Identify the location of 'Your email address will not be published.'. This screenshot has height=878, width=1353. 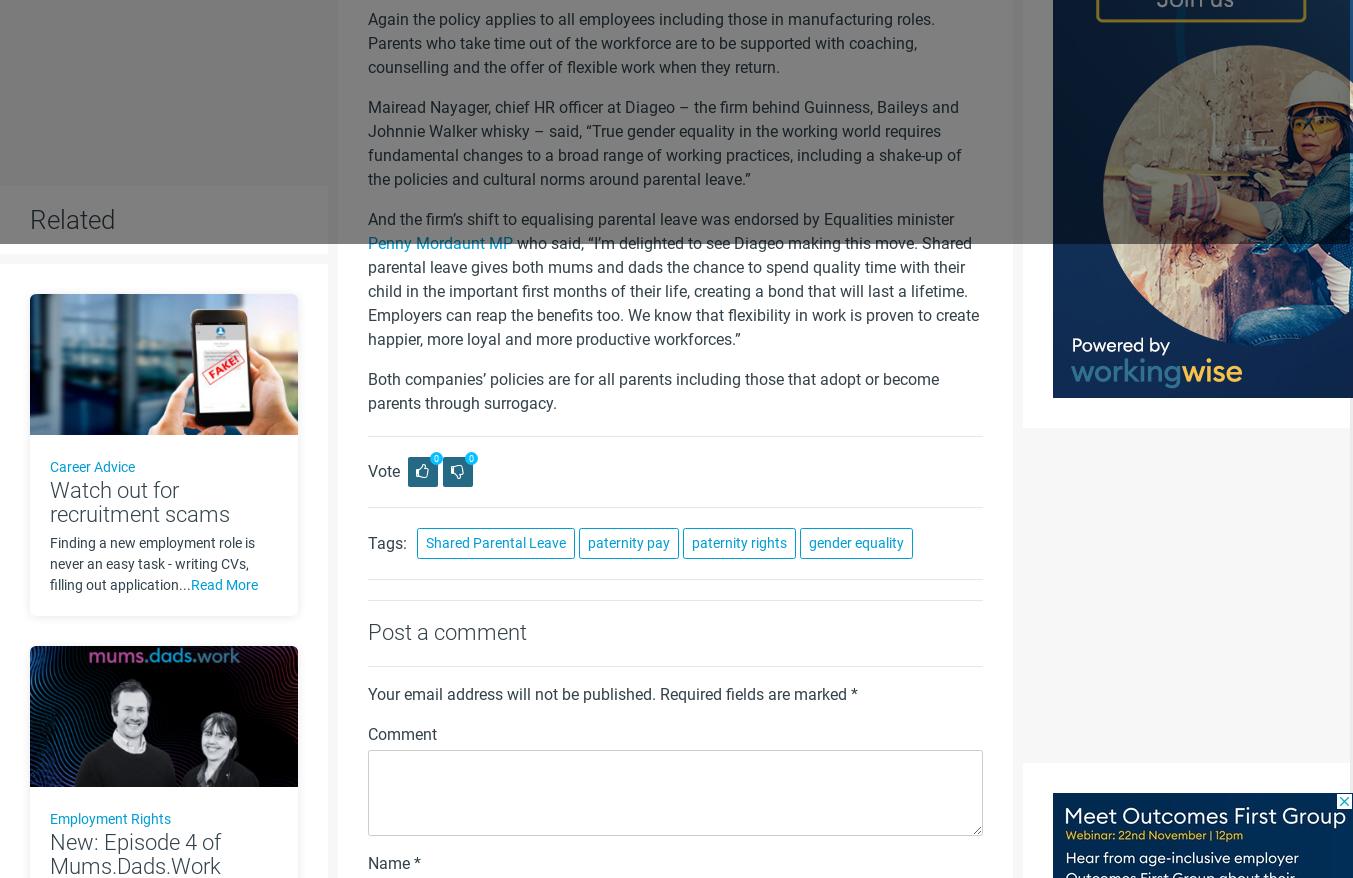
(510, 693).